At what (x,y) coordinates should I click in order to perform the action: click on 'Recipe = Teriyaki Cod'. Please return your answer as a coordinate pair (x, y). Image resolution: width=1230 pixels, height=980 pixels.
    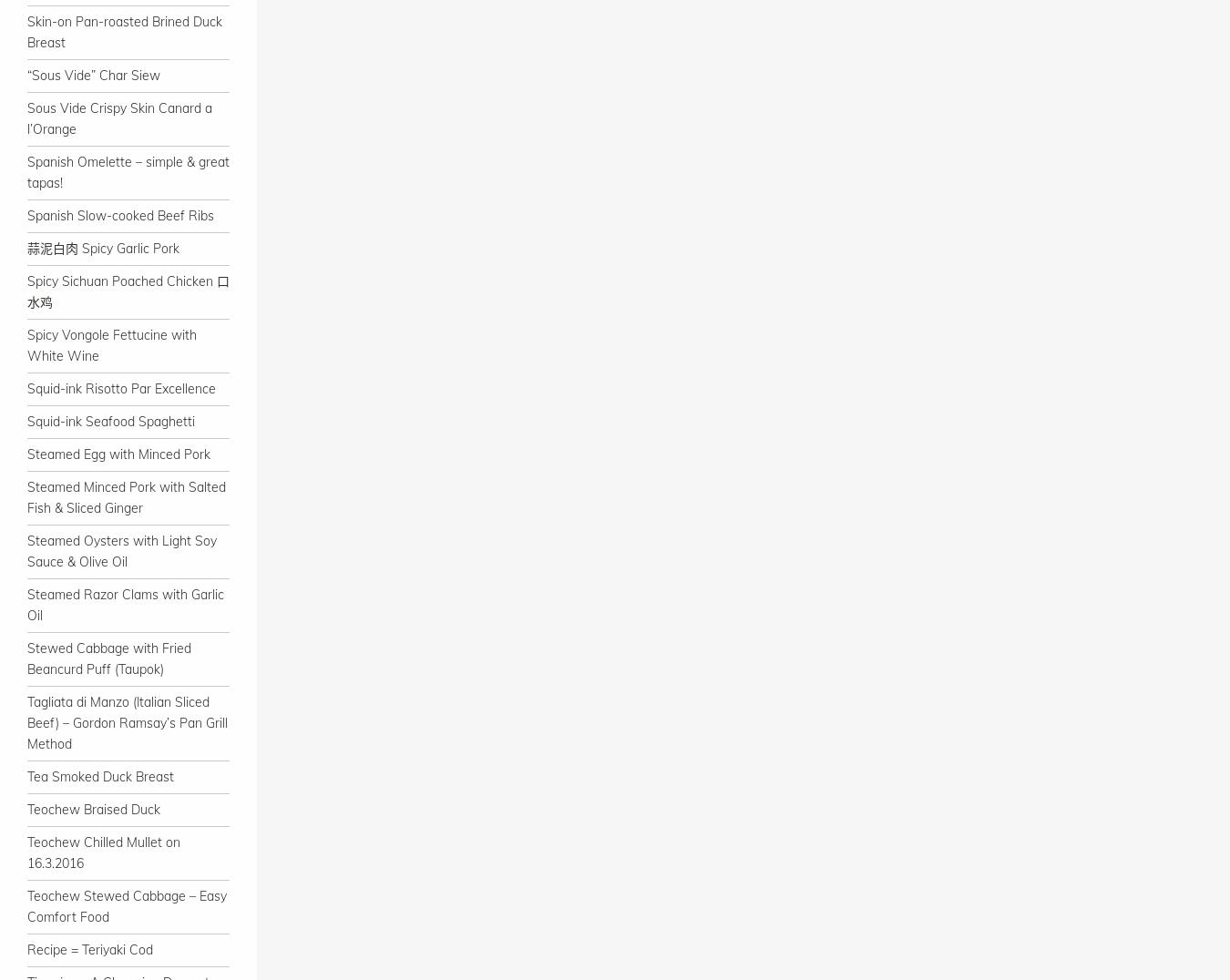
    Looking at the image, I should click on (88, 949).